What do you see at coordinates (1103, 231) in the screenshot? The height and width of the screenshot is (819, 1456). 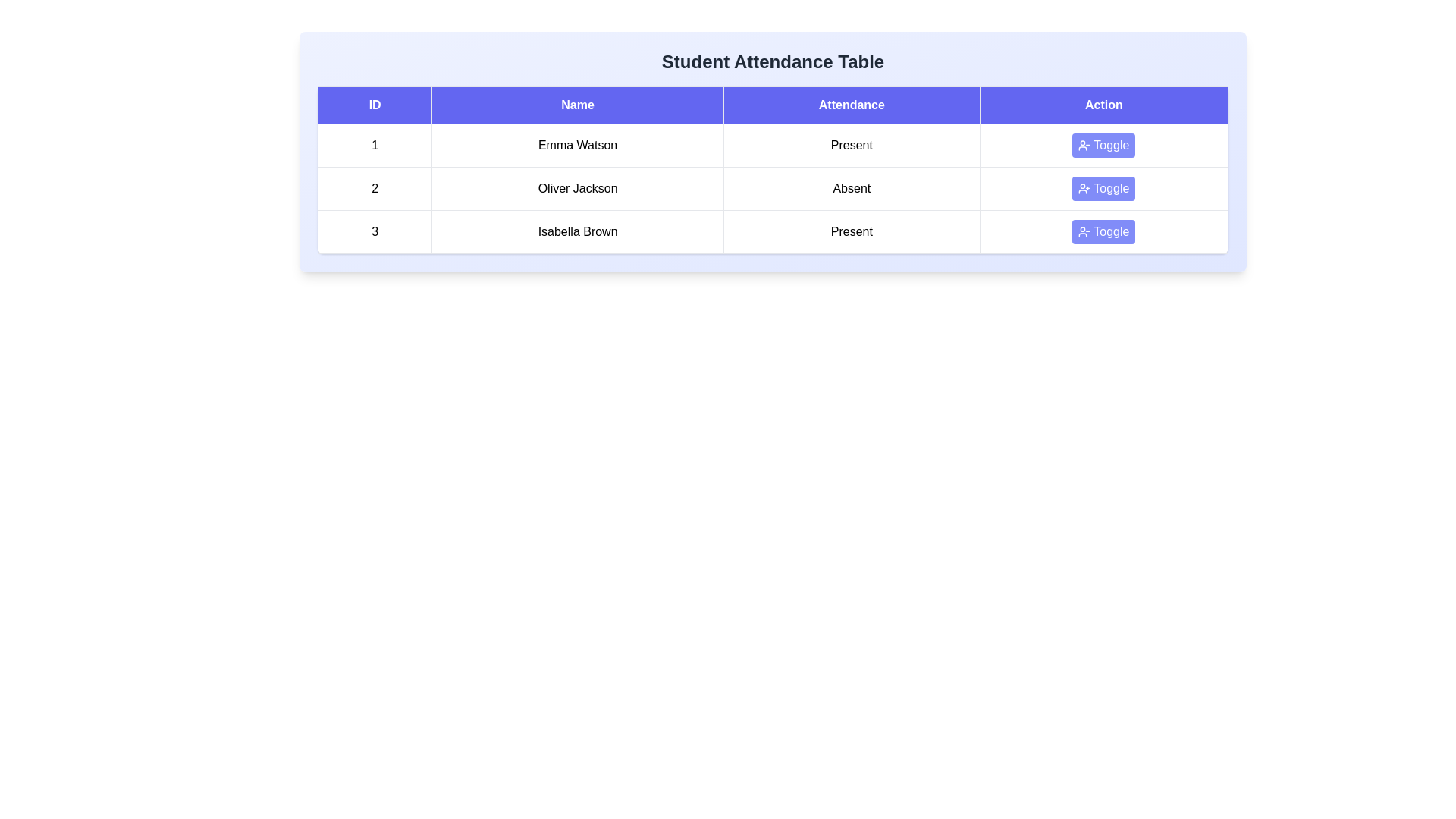 I see `the toggle button located in the third row of the table under the 'Action' column to change its state` at bounding box center [1103, 231].